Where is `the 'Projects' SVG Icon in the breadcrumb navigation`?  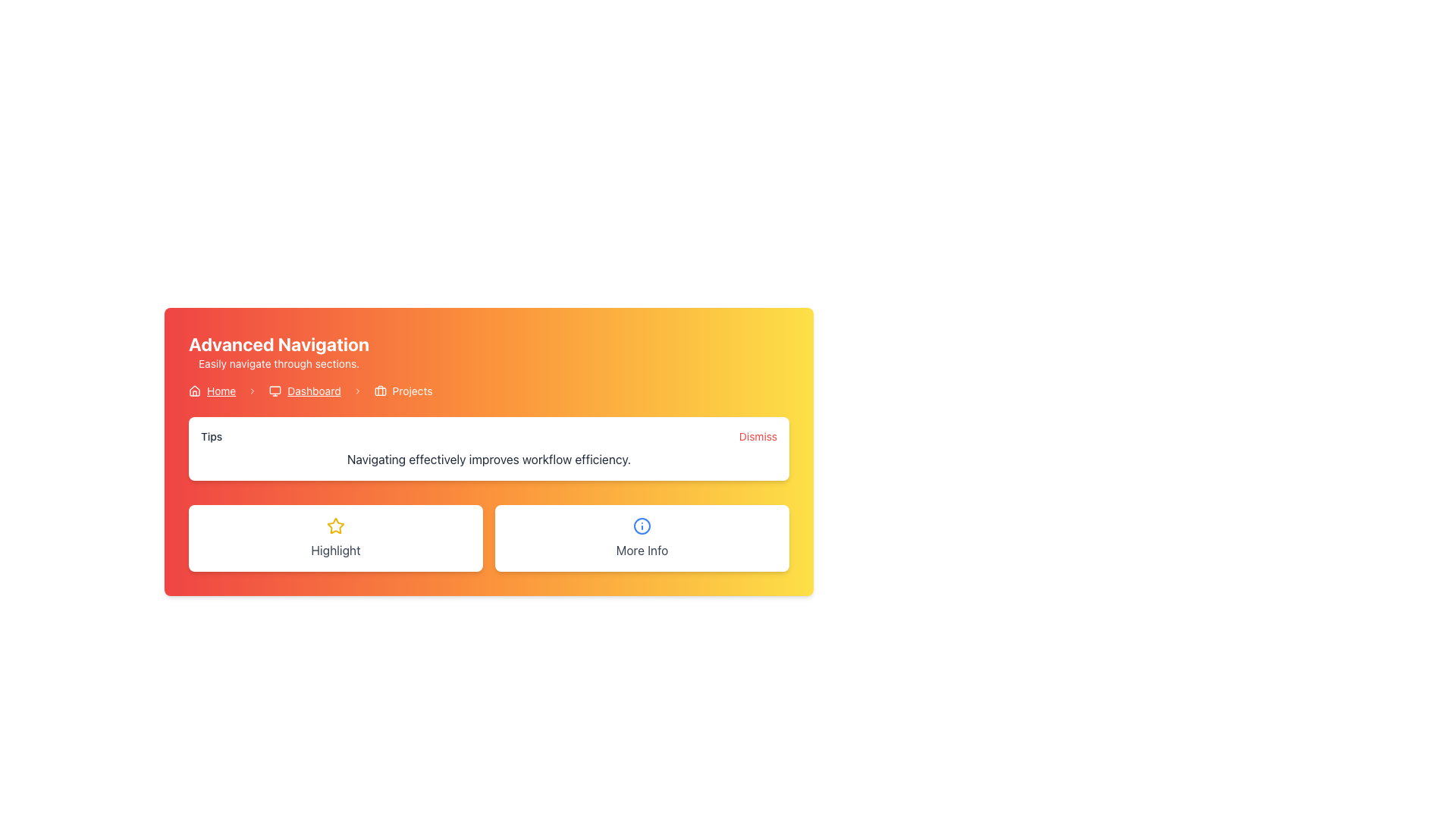
the 'Projects' SVG Icon in the breadcrumb navigation is located at coordinates (380, 391).